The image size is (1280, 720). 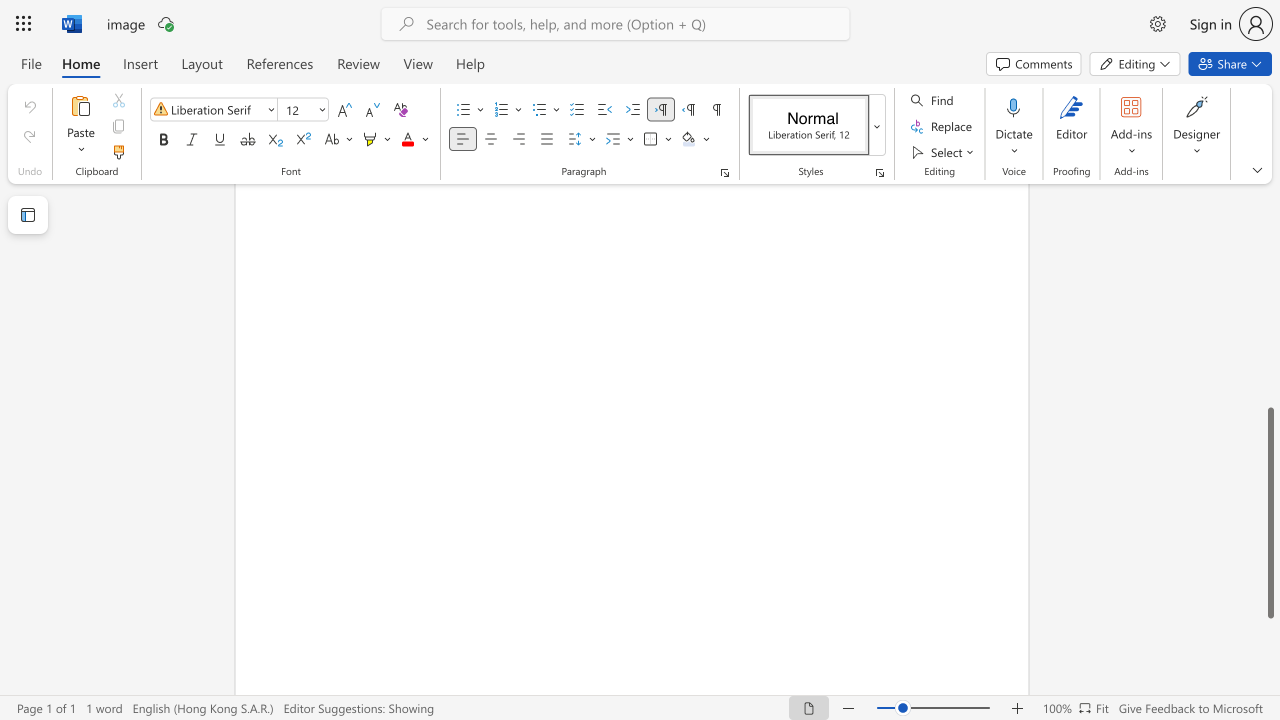 I want to click on the scrollbar and move up 310 pixels, so click(x=1269, y=512).